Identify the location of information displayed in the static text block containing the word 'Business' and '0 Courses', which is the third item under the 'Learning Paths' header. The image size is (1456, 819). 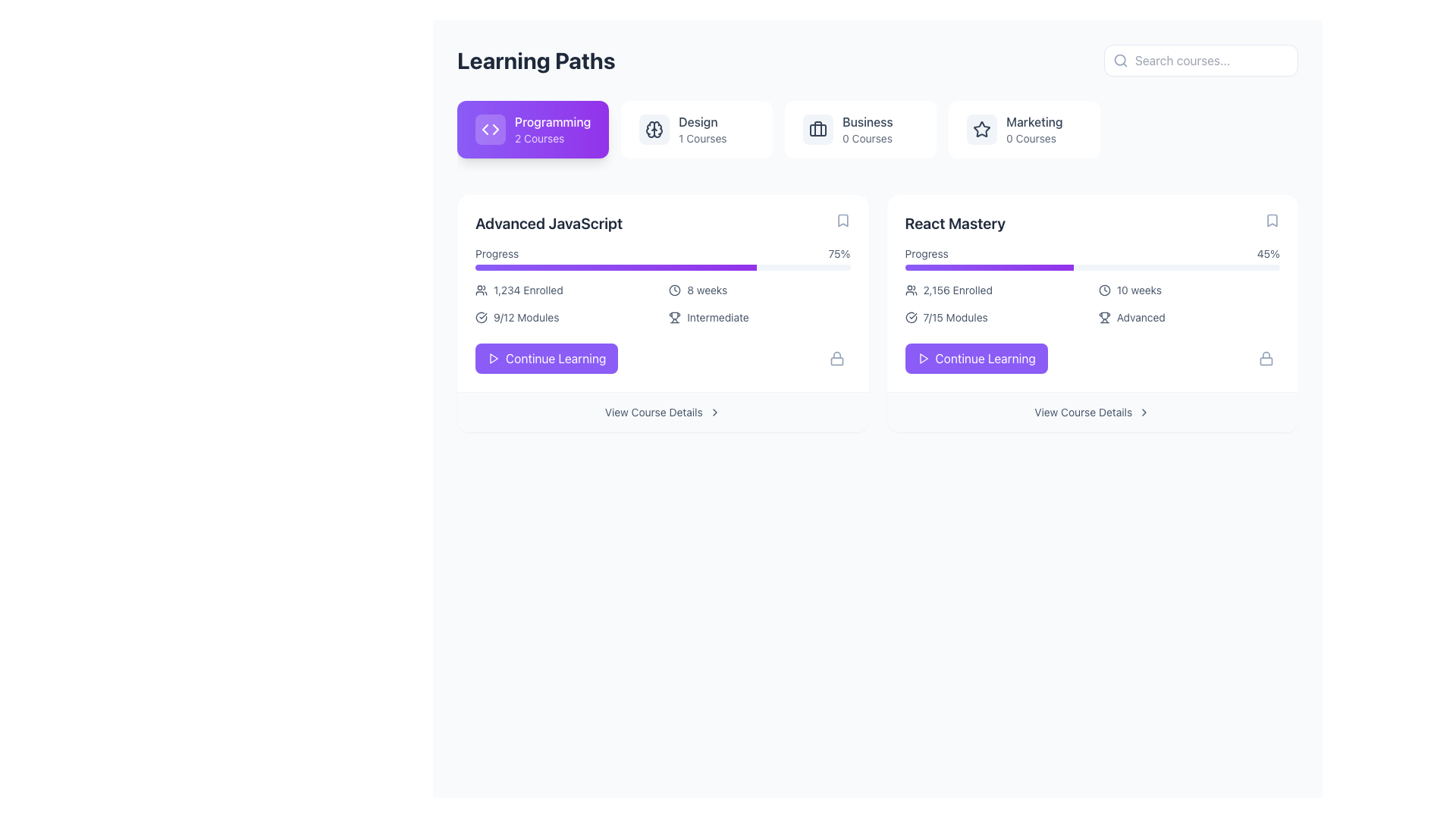
(868, 128).